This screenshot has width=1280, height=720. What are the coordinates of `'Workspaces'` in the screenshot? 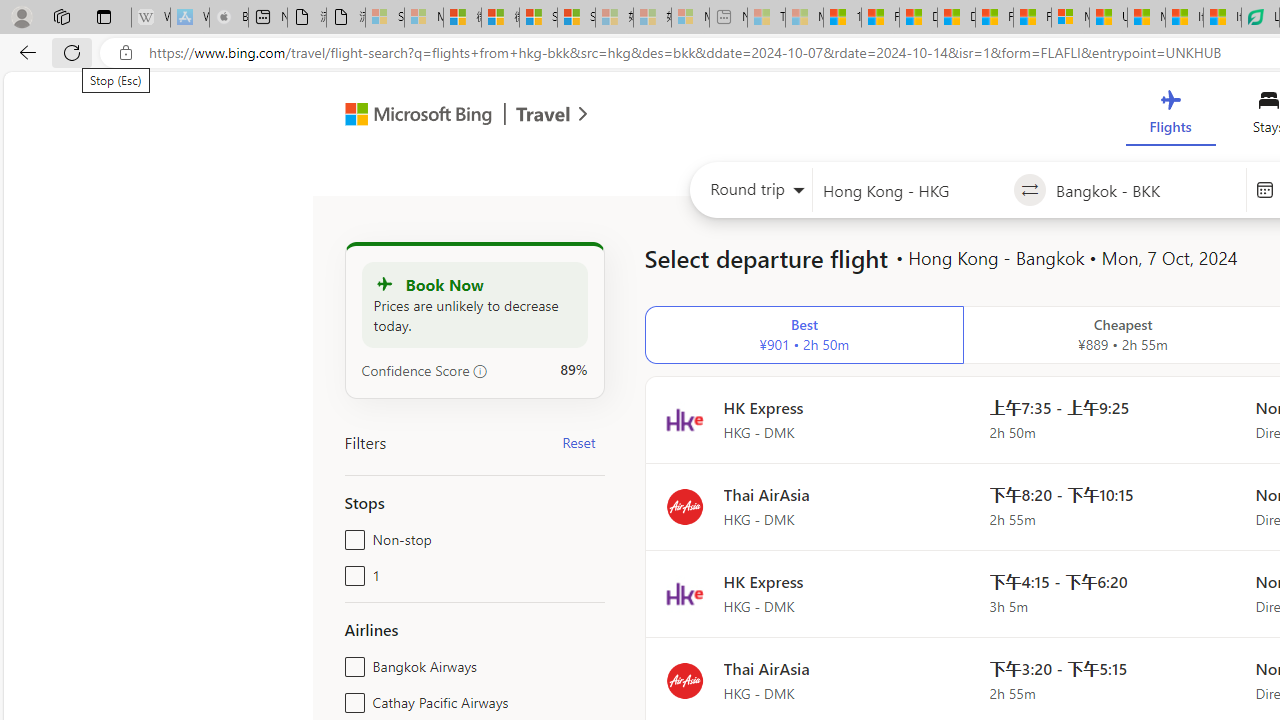 It's located at (61, 16).